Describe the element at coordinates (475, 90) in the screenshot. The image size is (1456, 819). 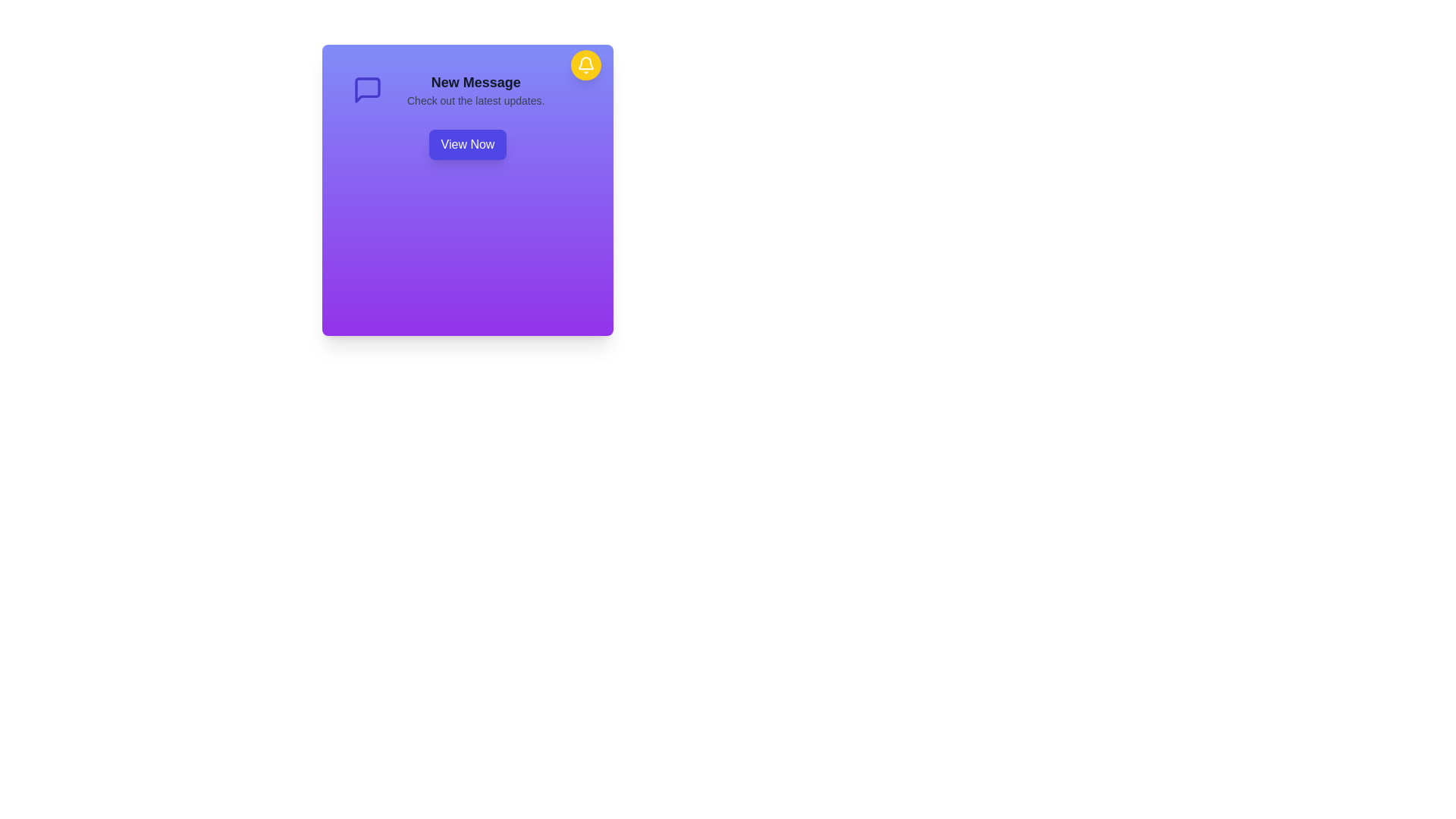
I see `the Text block that displays 'New Message' in bold, large font and 'Check out the latest updates.' in smaller font, which is centrally aligned on a purple background` at that location.